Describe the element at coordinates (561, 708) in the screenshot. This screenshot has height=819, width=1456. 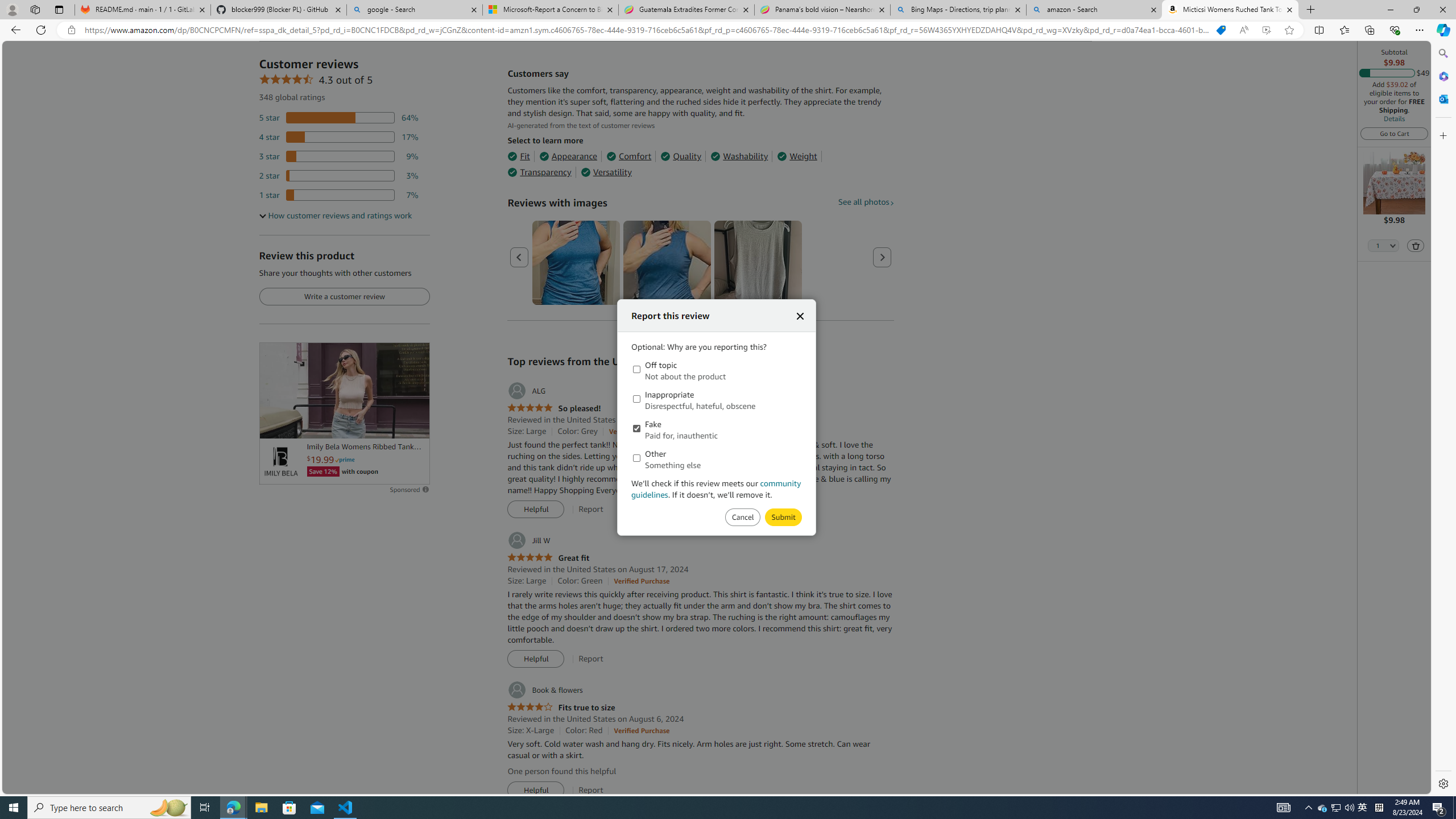
I see `'4.0 out of 5 stars Fits true to size'` at that location.